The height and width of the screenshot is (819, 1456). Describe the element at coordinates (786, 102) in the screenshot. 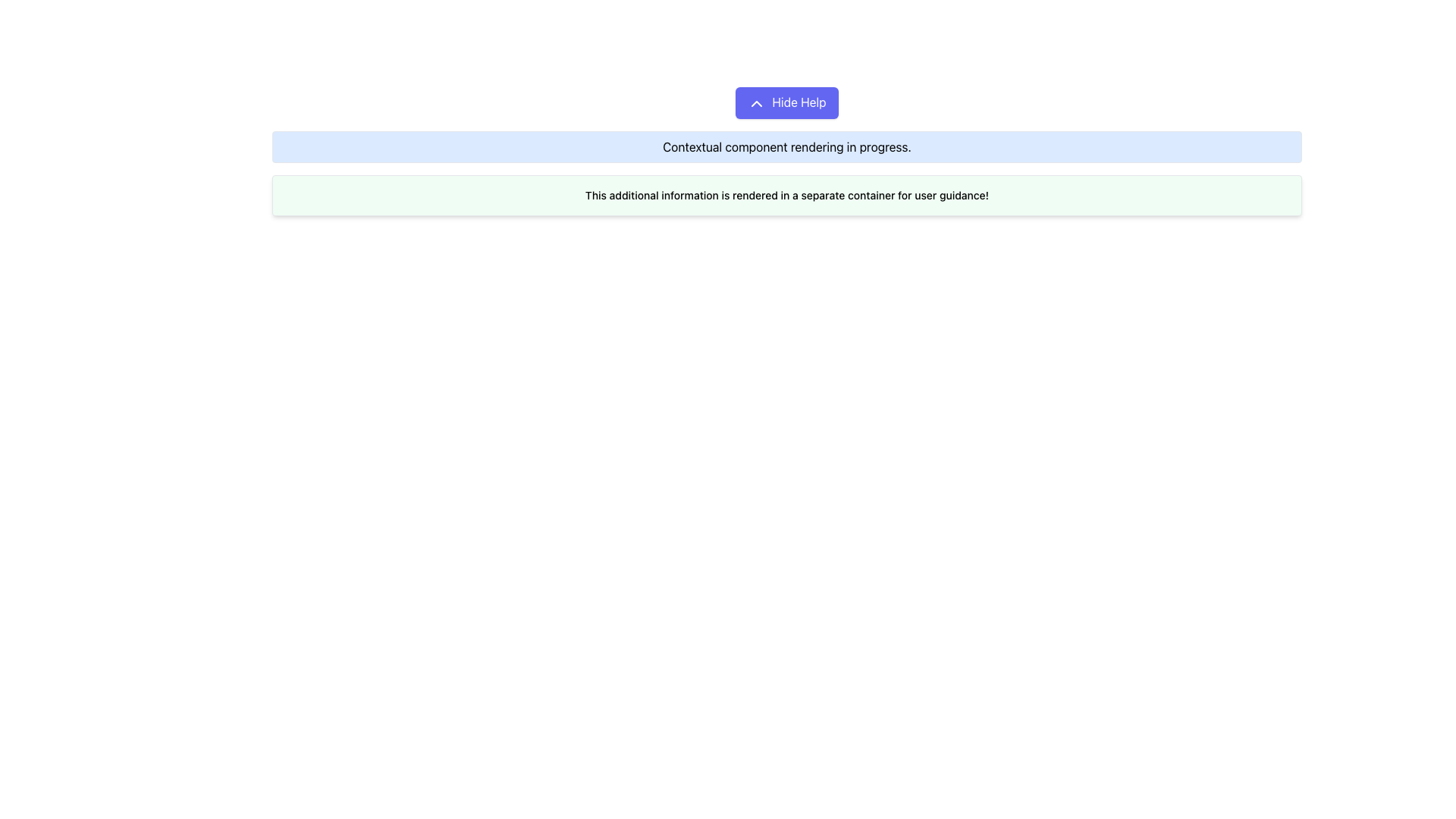

I see `the button that toggles the visibility of the help content, located centrally above the contextual information text` at that location.